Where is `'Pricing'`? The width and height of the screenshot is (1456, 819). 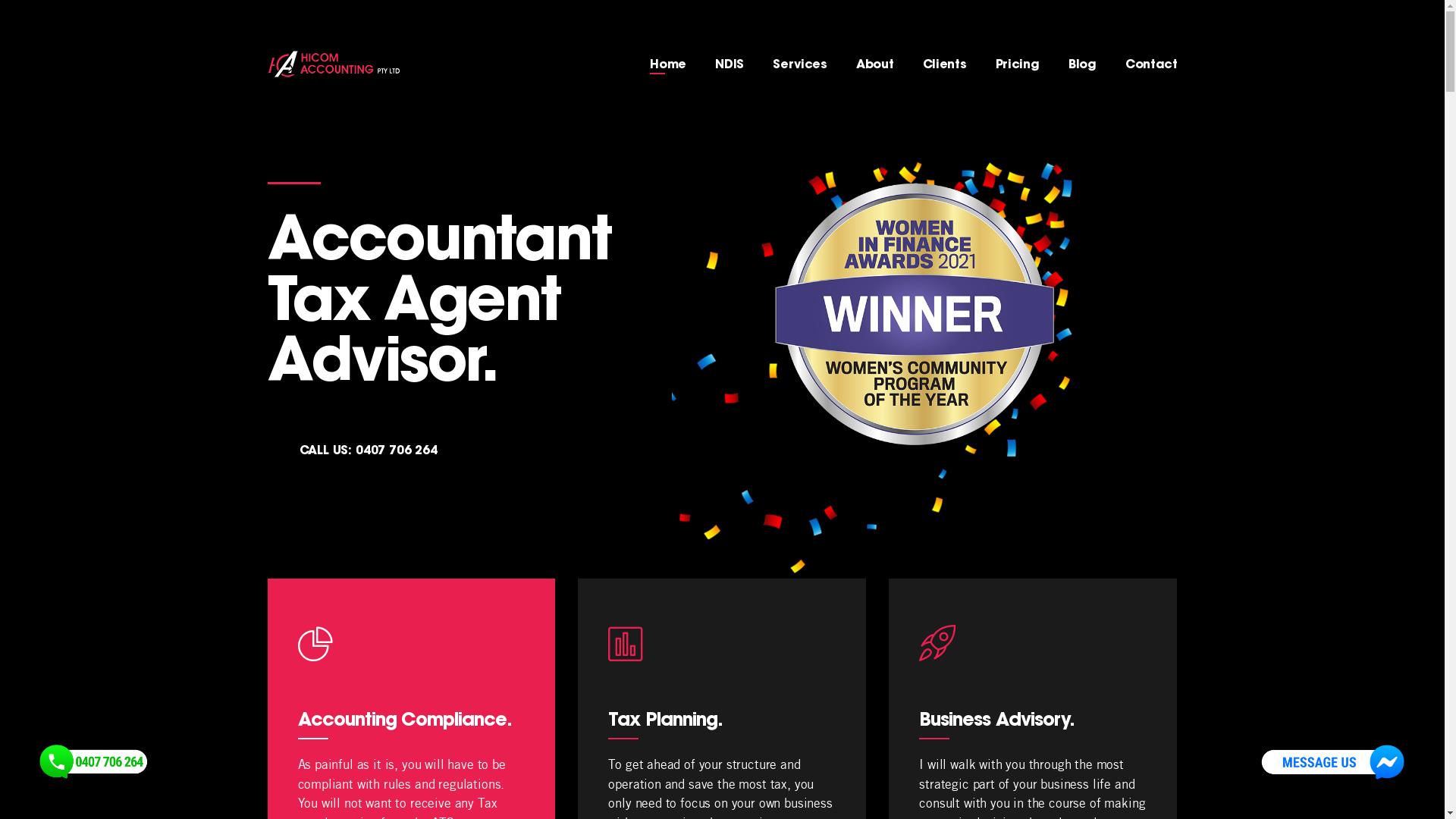 'Pricing' is located at coordinates (1018, 64).